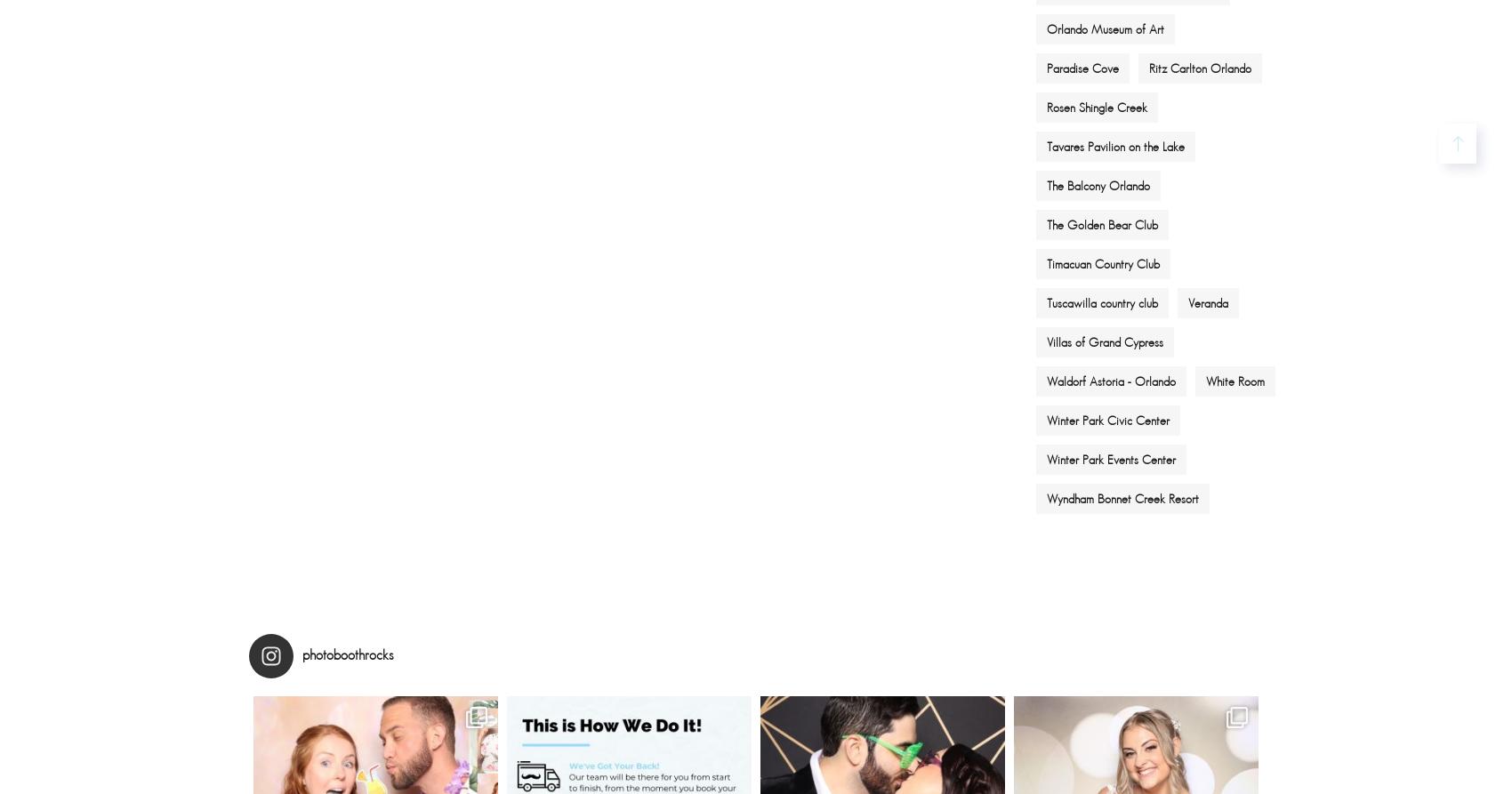 The width and height of the screenshot is (1512, 794). What do you see at coordinates (1046, 341) in the screenshot?
I see `'Villas of Grand Cypress'` at bounding box center [1046, 341].